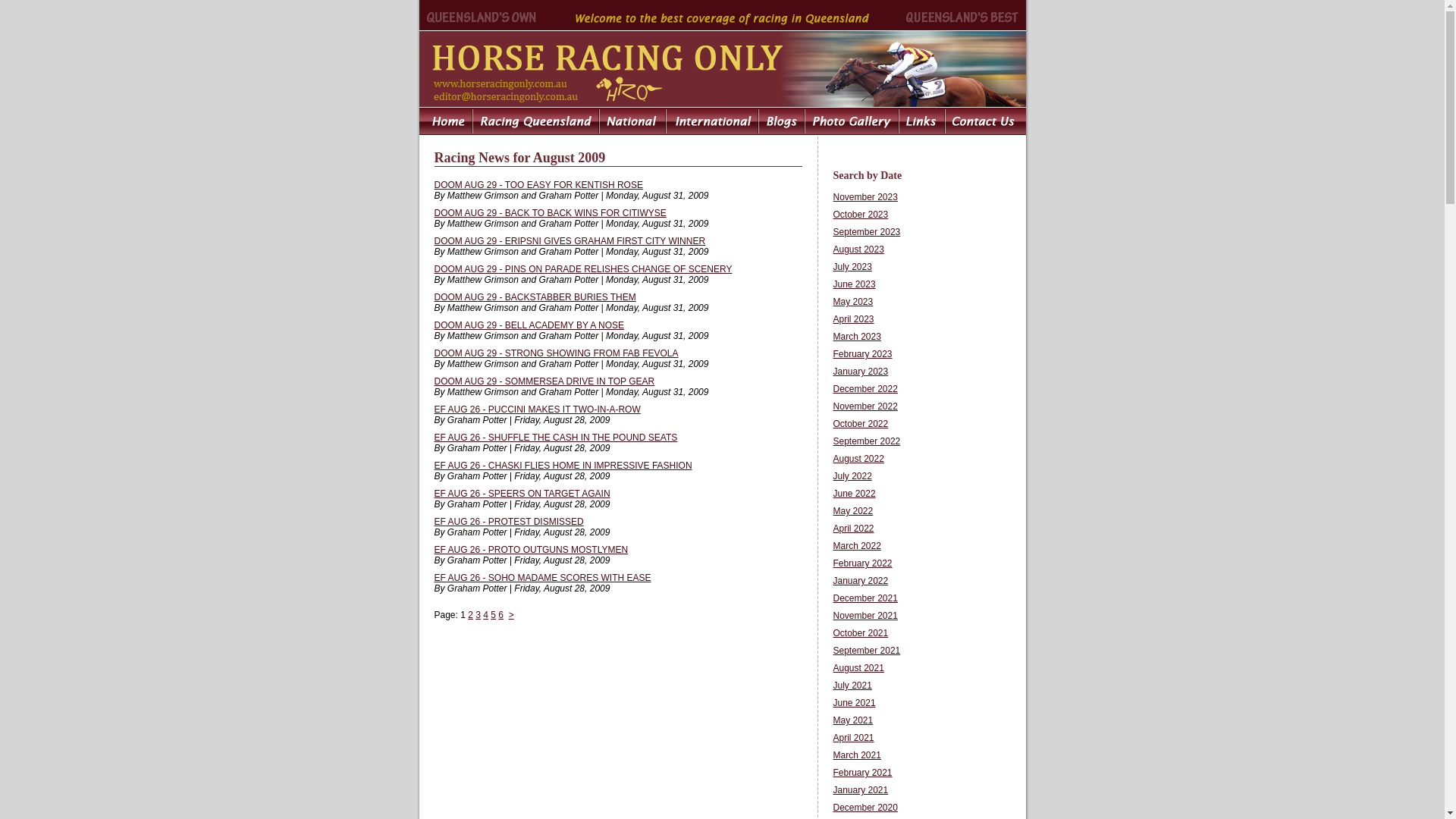 The width and height of the screenshot is (1456, 819). What do you see at coordinates (856, 546) in the screenshot?
I see `'March 2022'` at bounding box center [856, 546].